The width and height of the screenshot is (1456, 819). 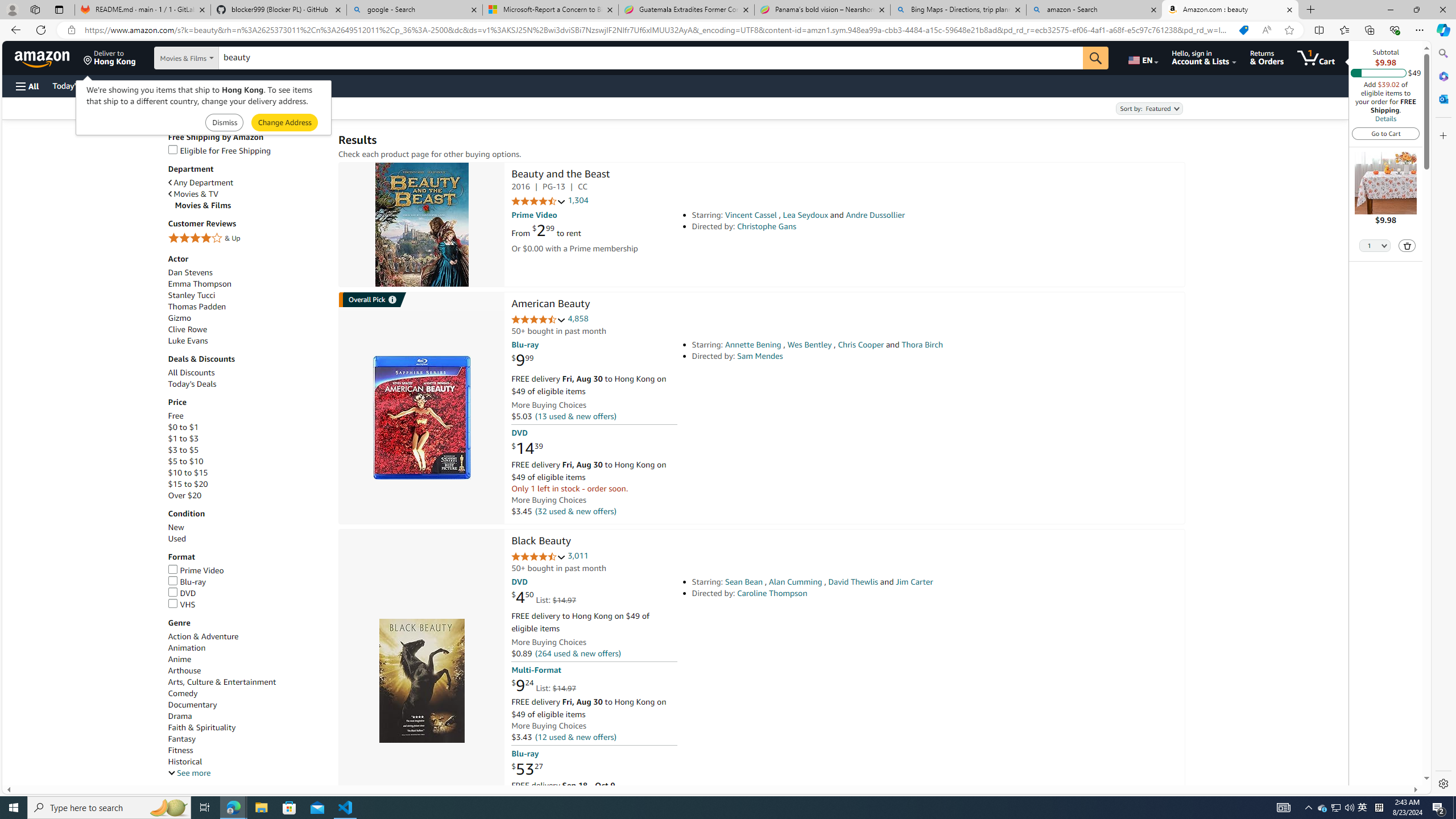 What do you see at coordinates (247, 239) in the screenshot?
I see `'4 Stars & Up& Up'` at bounding box center [247, 239].